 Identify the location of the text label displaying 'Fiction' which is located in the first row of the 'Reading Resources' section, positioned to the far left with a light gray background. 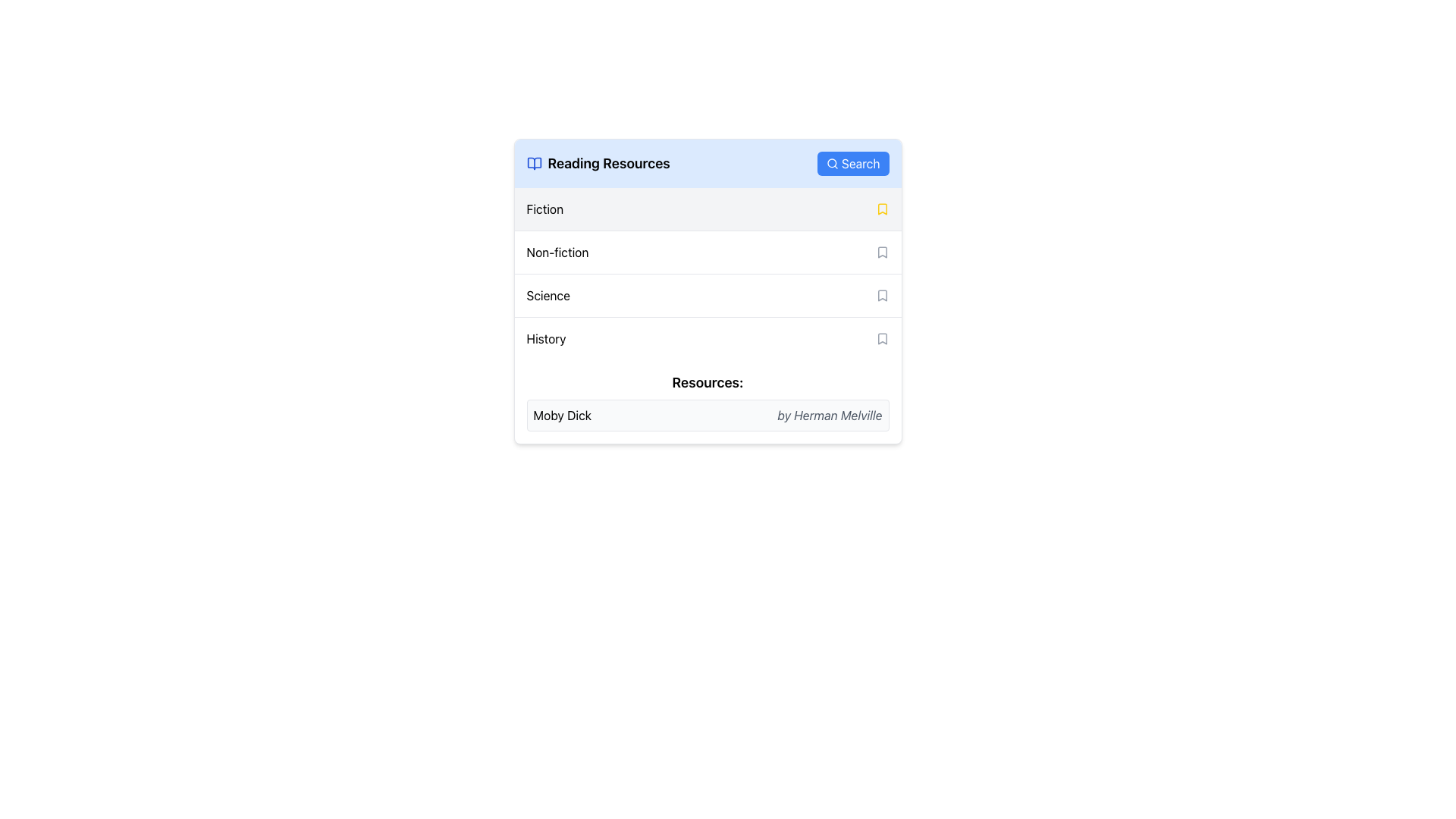
(544, 209).